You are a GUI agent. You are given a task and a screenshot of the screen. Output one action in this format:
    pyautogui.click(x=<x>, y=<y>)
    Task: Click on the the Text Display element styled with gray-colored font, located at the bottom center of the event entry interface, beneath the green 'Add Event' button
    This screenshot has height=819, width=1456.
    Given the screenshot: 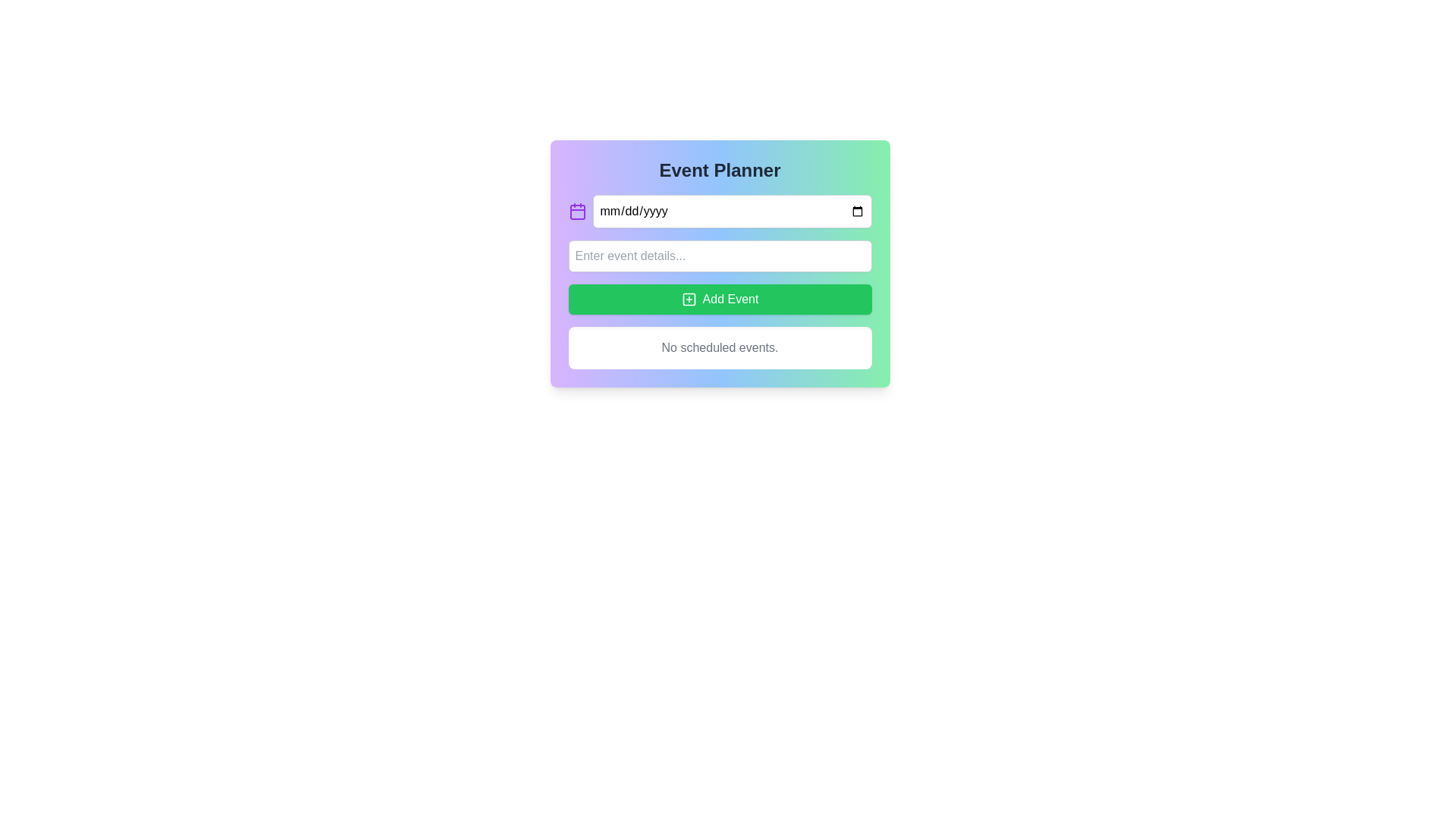 What is the action you would take?
    pyautogui.click(x=719, y=348)
    